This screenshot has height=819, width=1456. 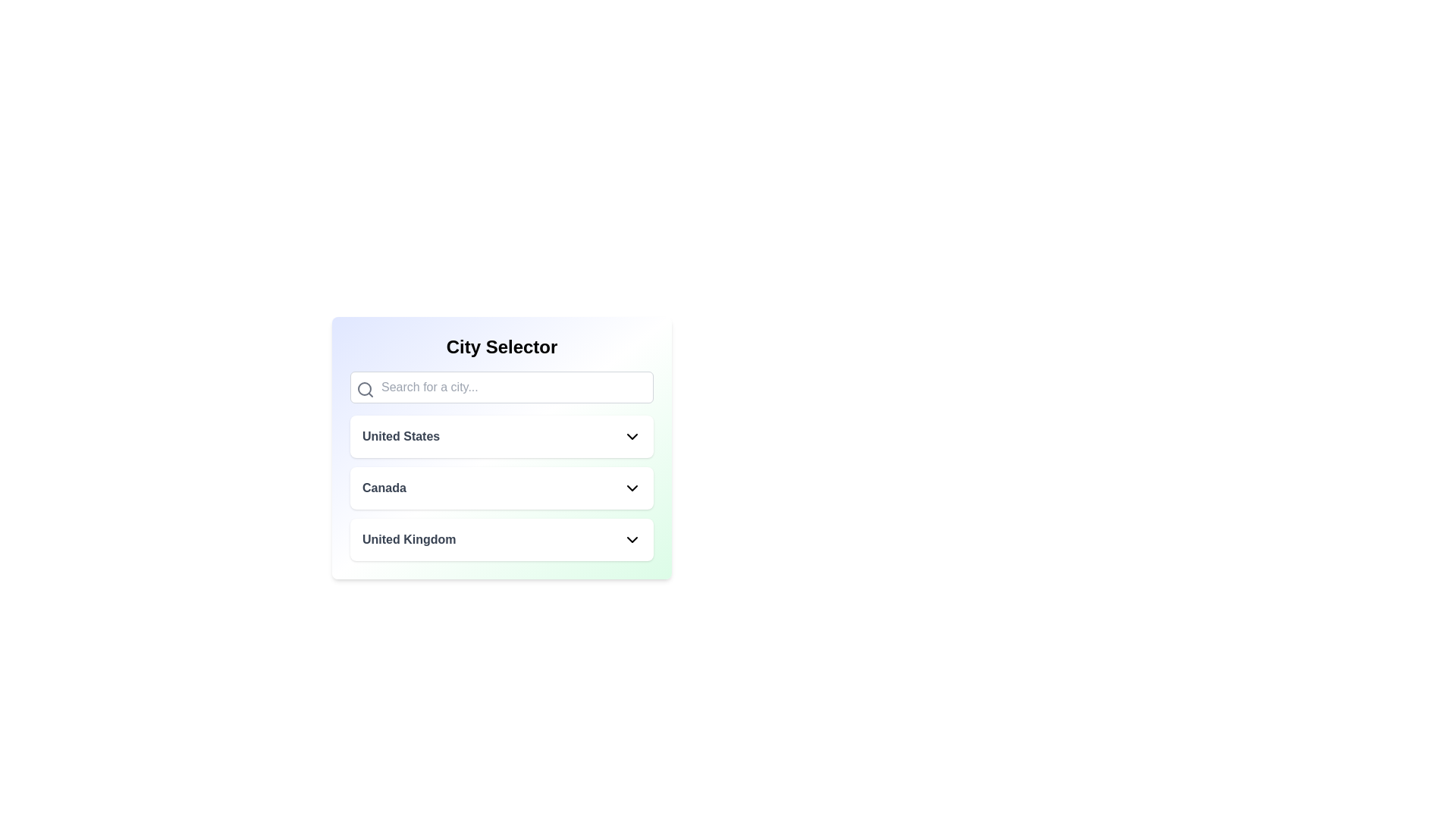 I want to click on the 'United States' option in the 'City Selector' list, so click(x=502, y=447).